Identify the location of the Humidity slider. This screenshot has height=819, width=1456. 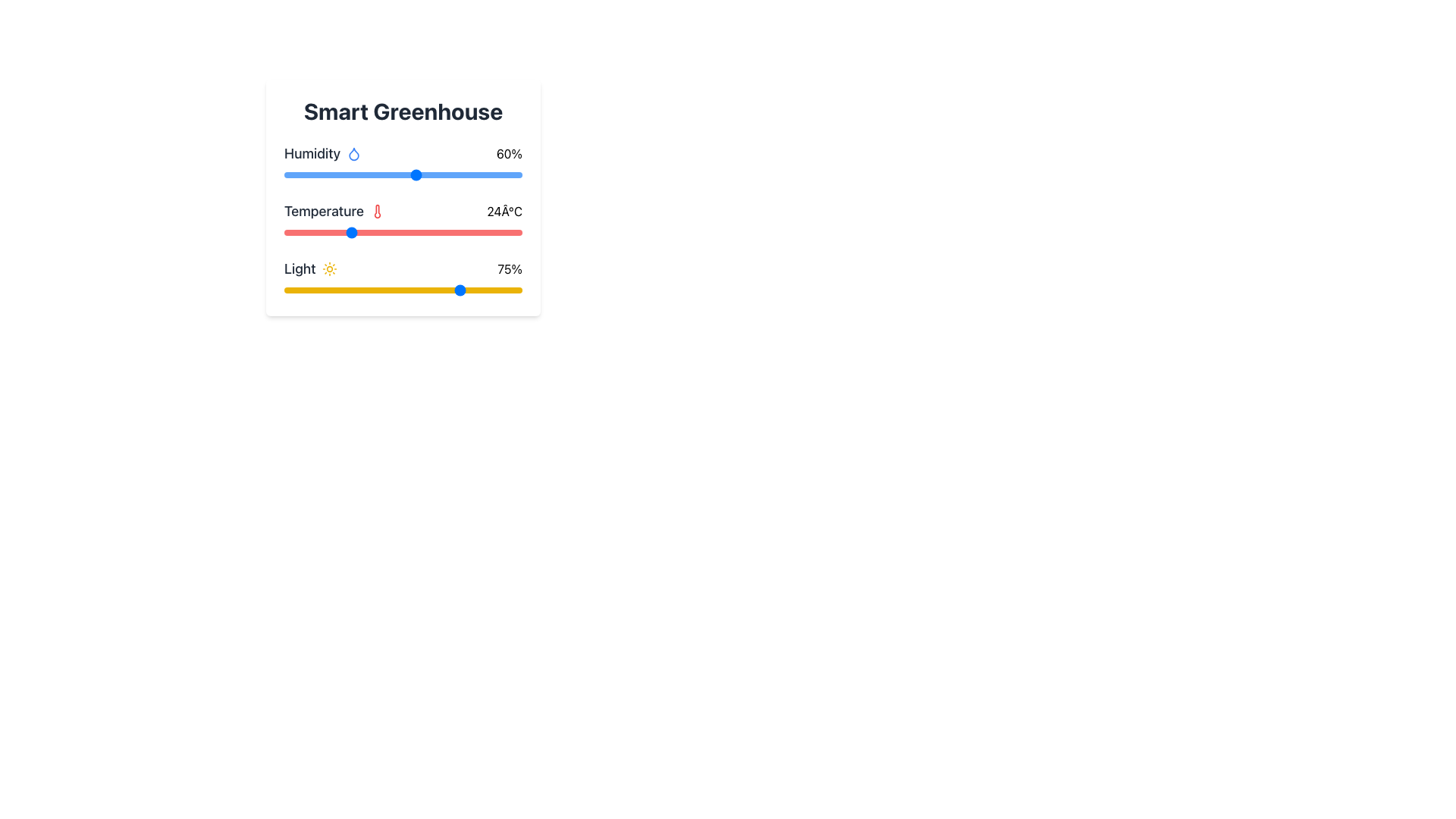
(289, 174).